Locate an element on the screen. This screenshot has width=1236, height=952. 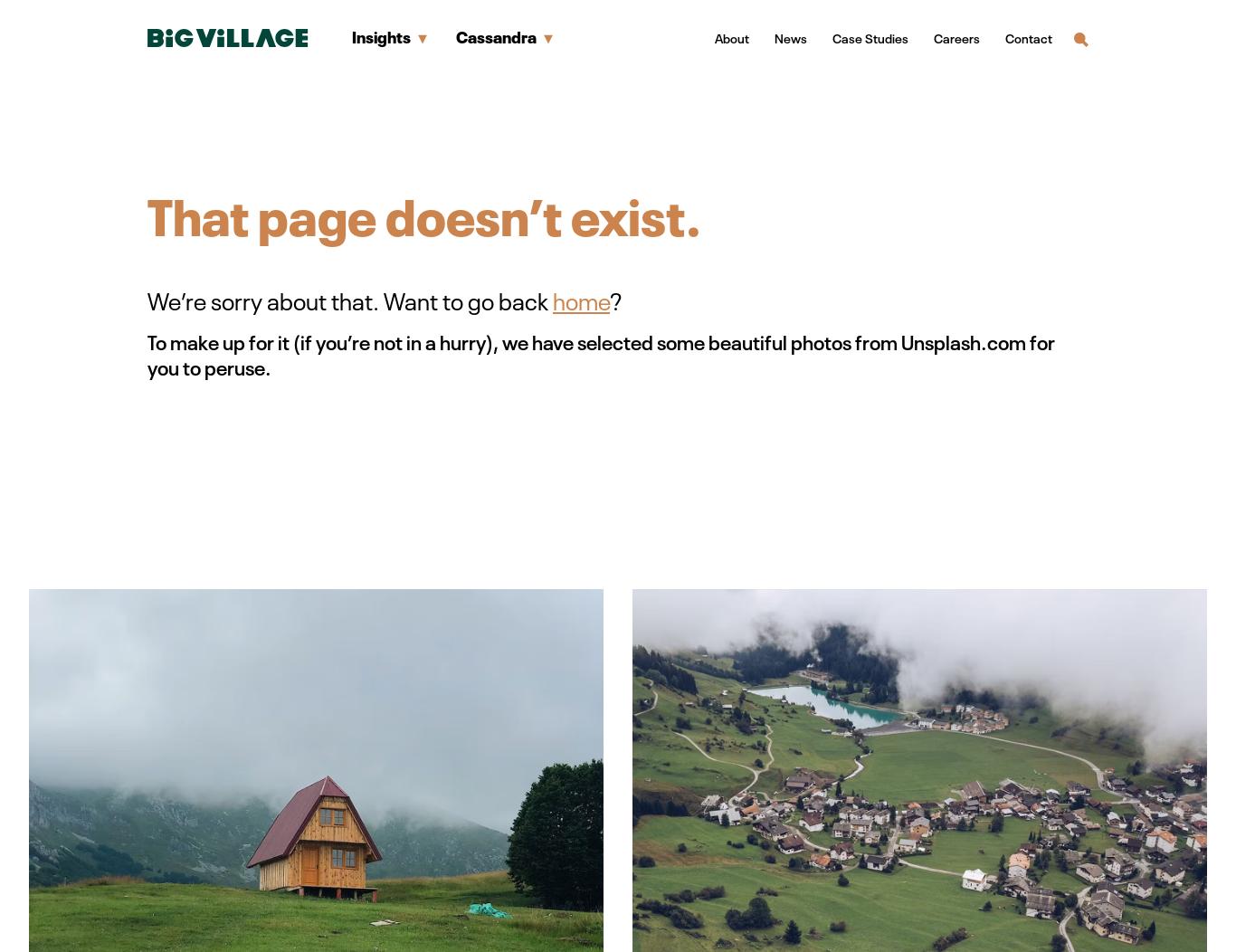
'home' is located at coordinates (580, 299).